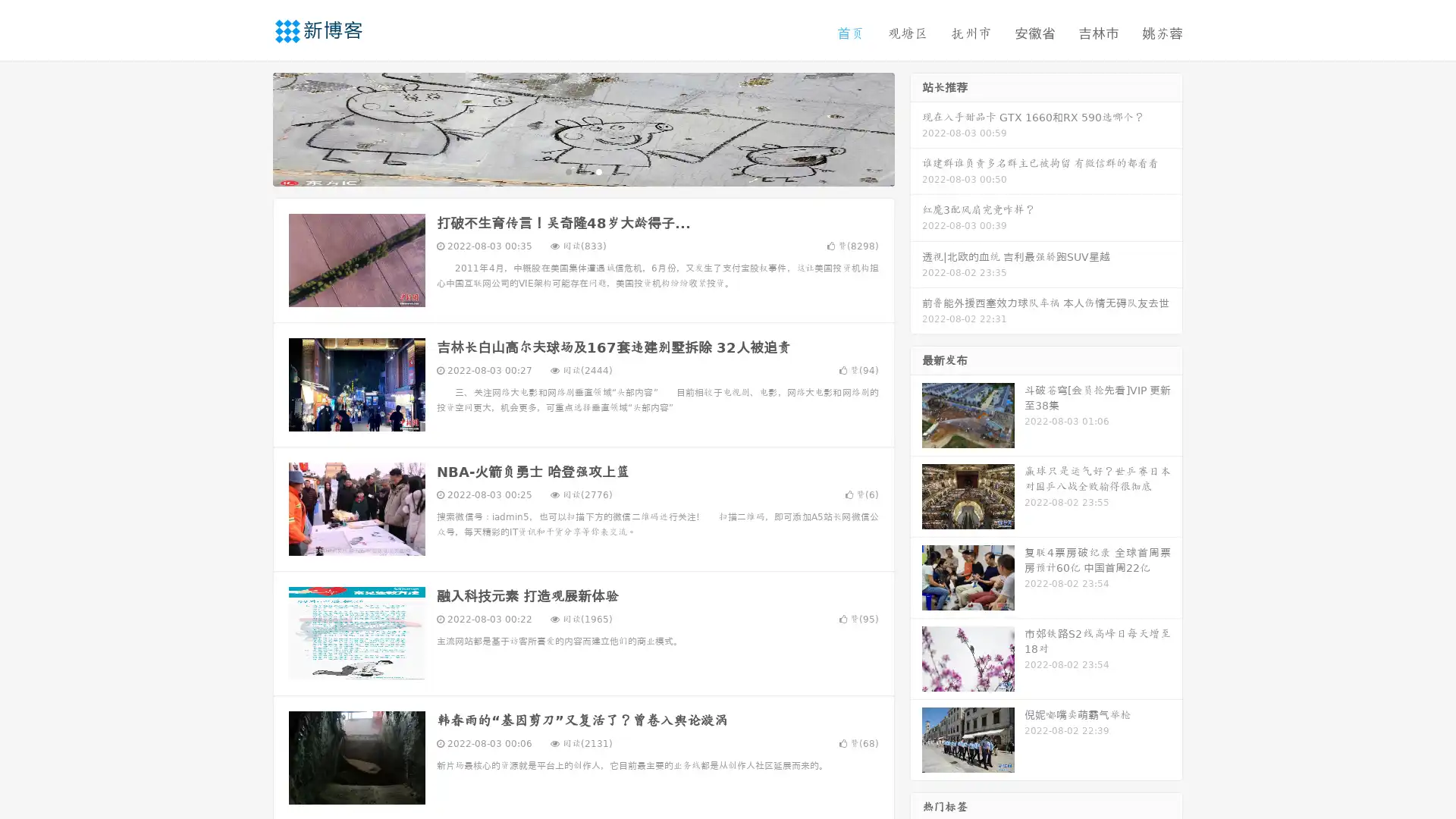 This screenshot has height=819, width=1456. Describe the element at coordinates (598, 171) in the screenshot. I see `Go to slide 3` at that location.